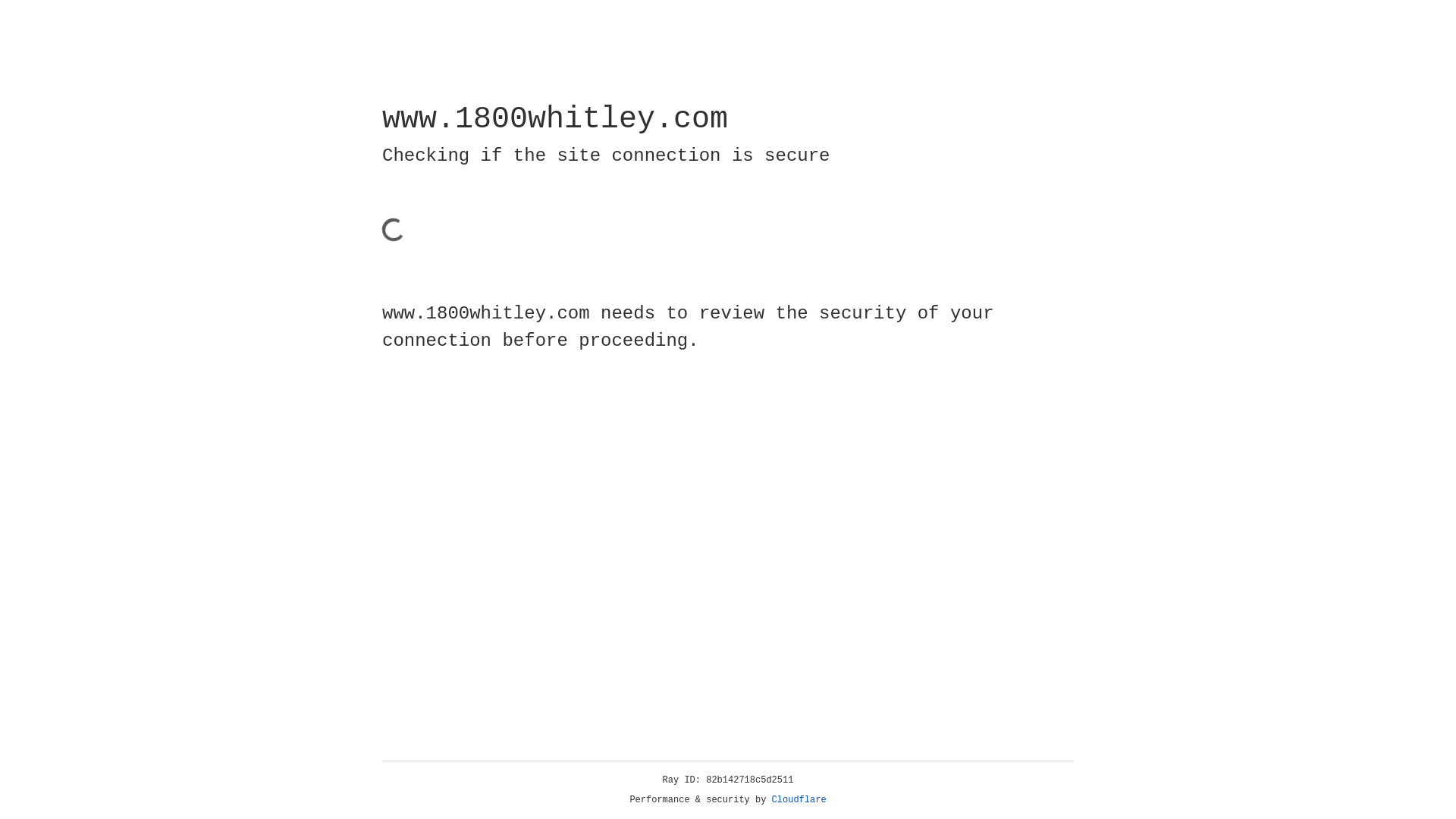 Image resolution: width=1456 pixels, height=819 pixels. What do you see at coordinates (771, 799) in the screenshot?
I see `'Cloudflare'` at bounding box center [771, 799].